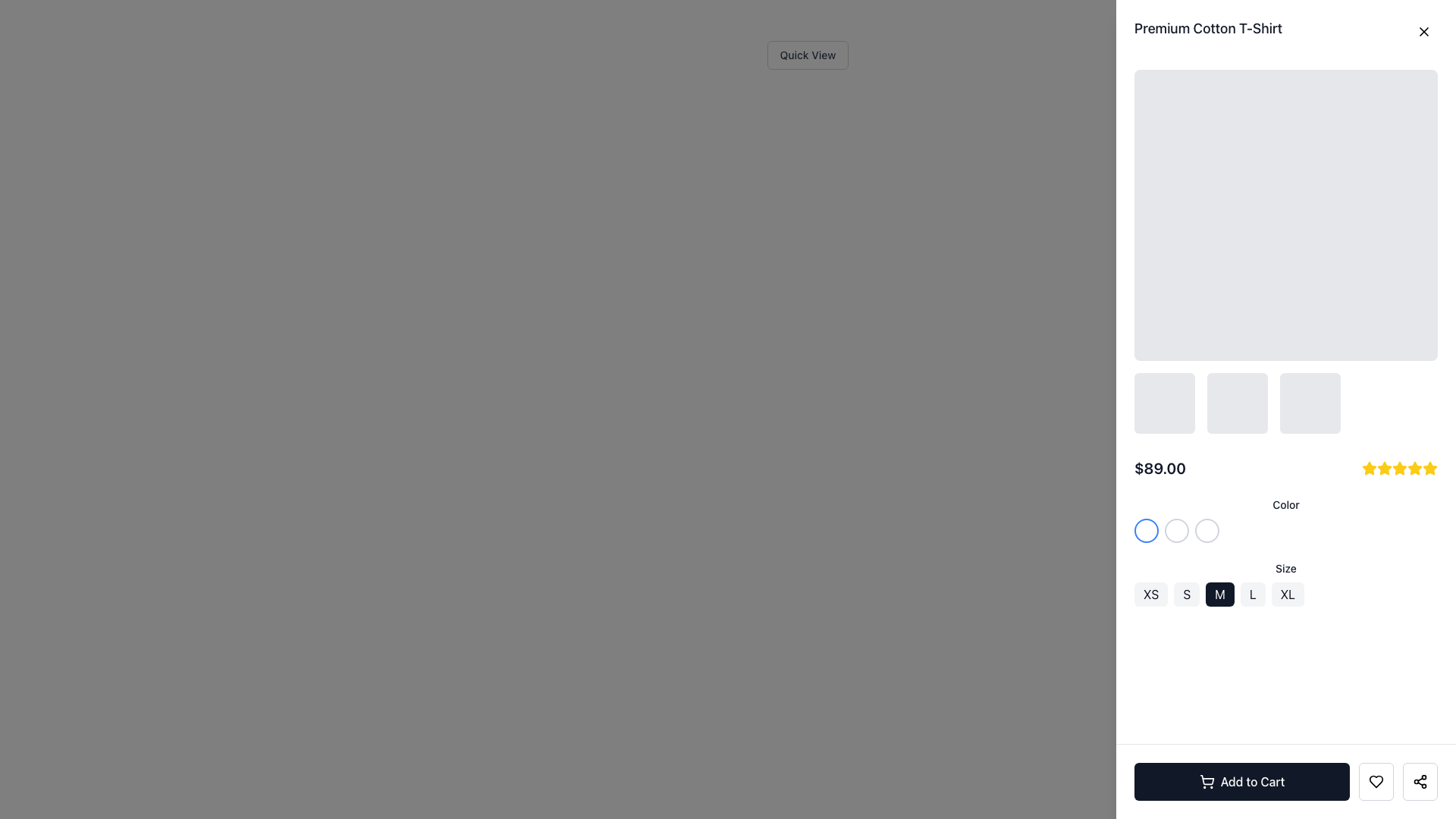  I want to click on the shopping cart icon within the 'Add to Cart' button, so click(1206, 781).